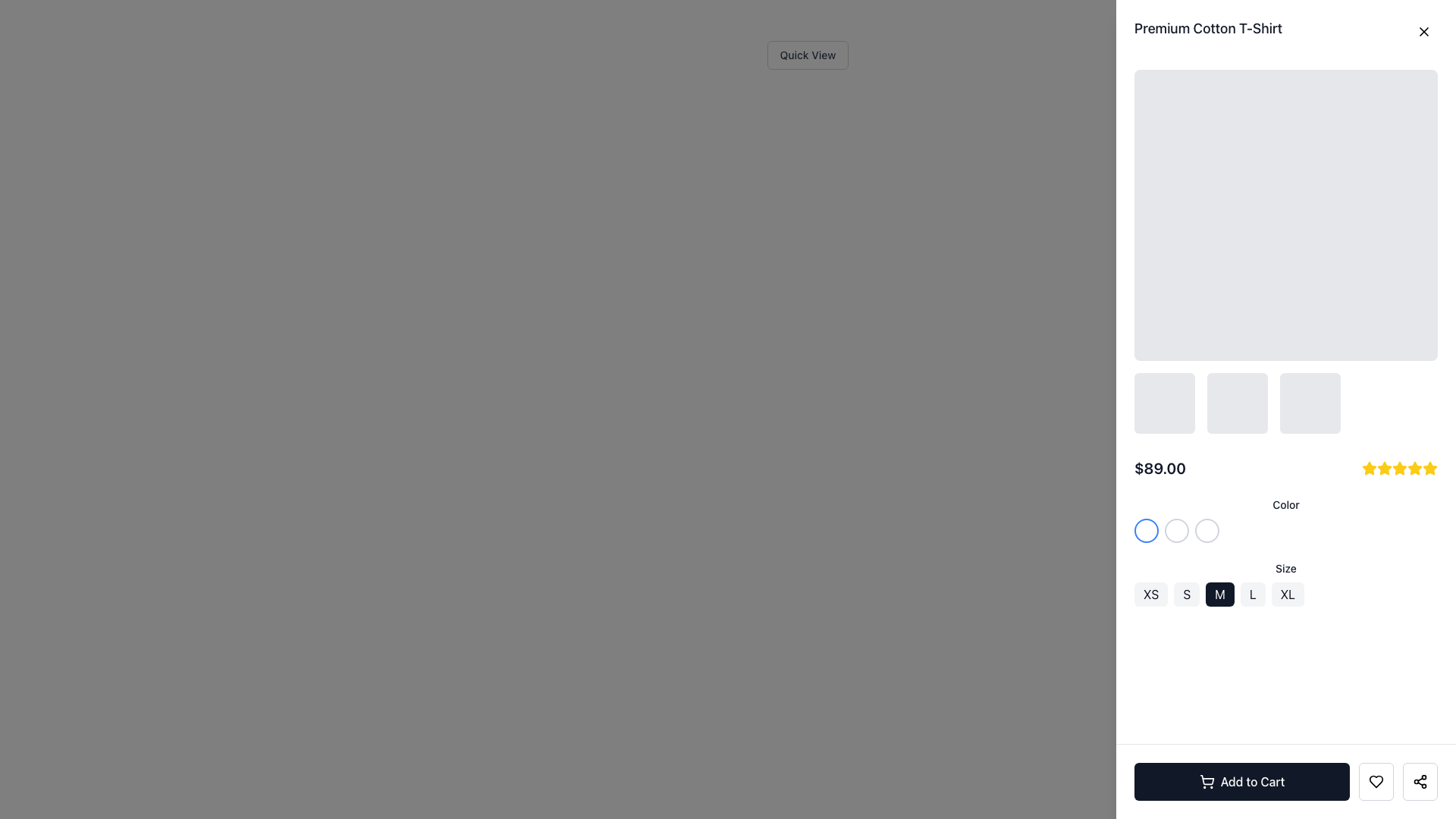  I want to click on the shopping cart icon within the 'Add to Cart' button, so click(1206, 781).